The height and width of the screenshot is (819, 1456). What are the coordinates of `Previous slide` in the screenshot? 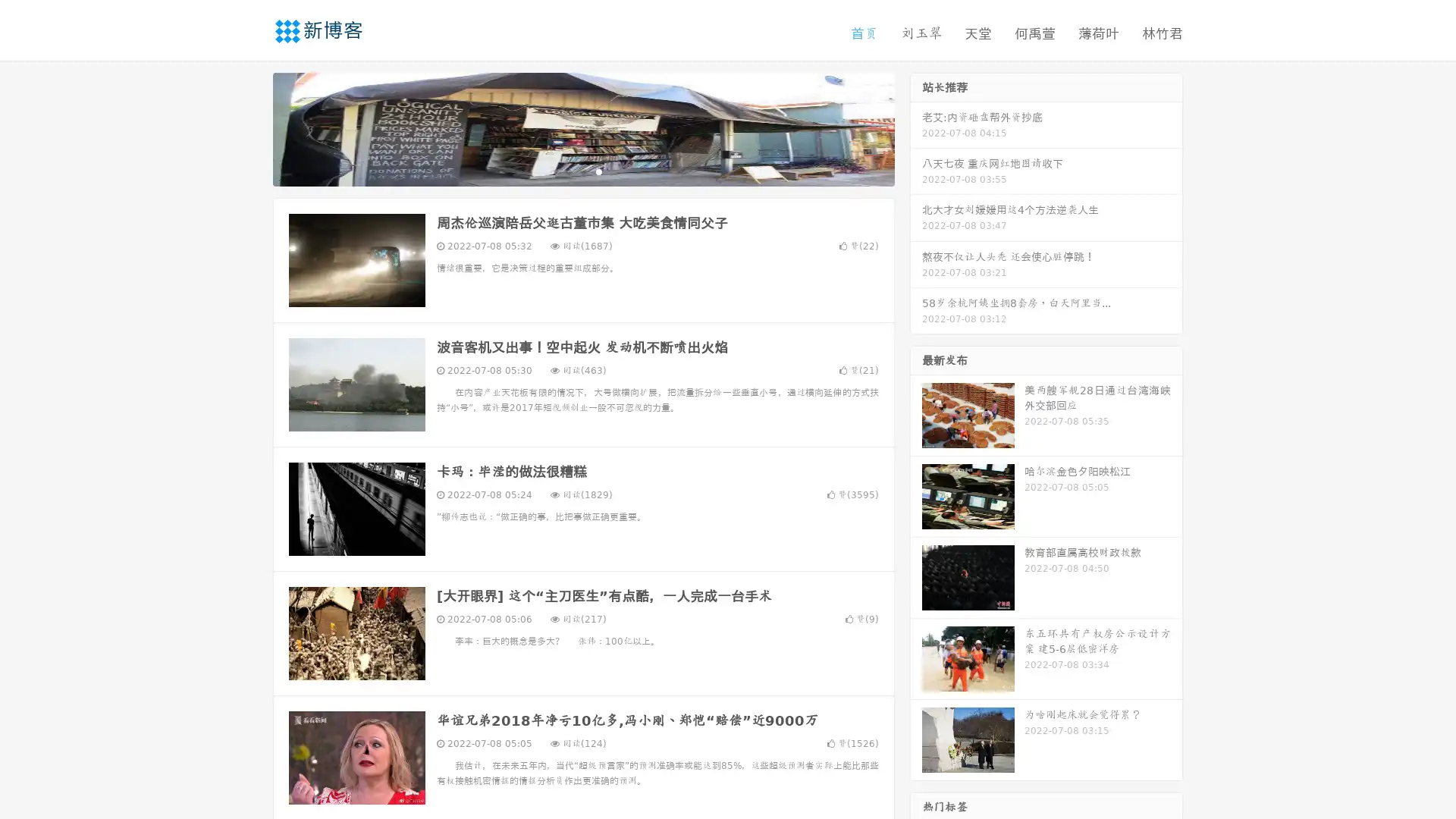 It's located at (250, 127).